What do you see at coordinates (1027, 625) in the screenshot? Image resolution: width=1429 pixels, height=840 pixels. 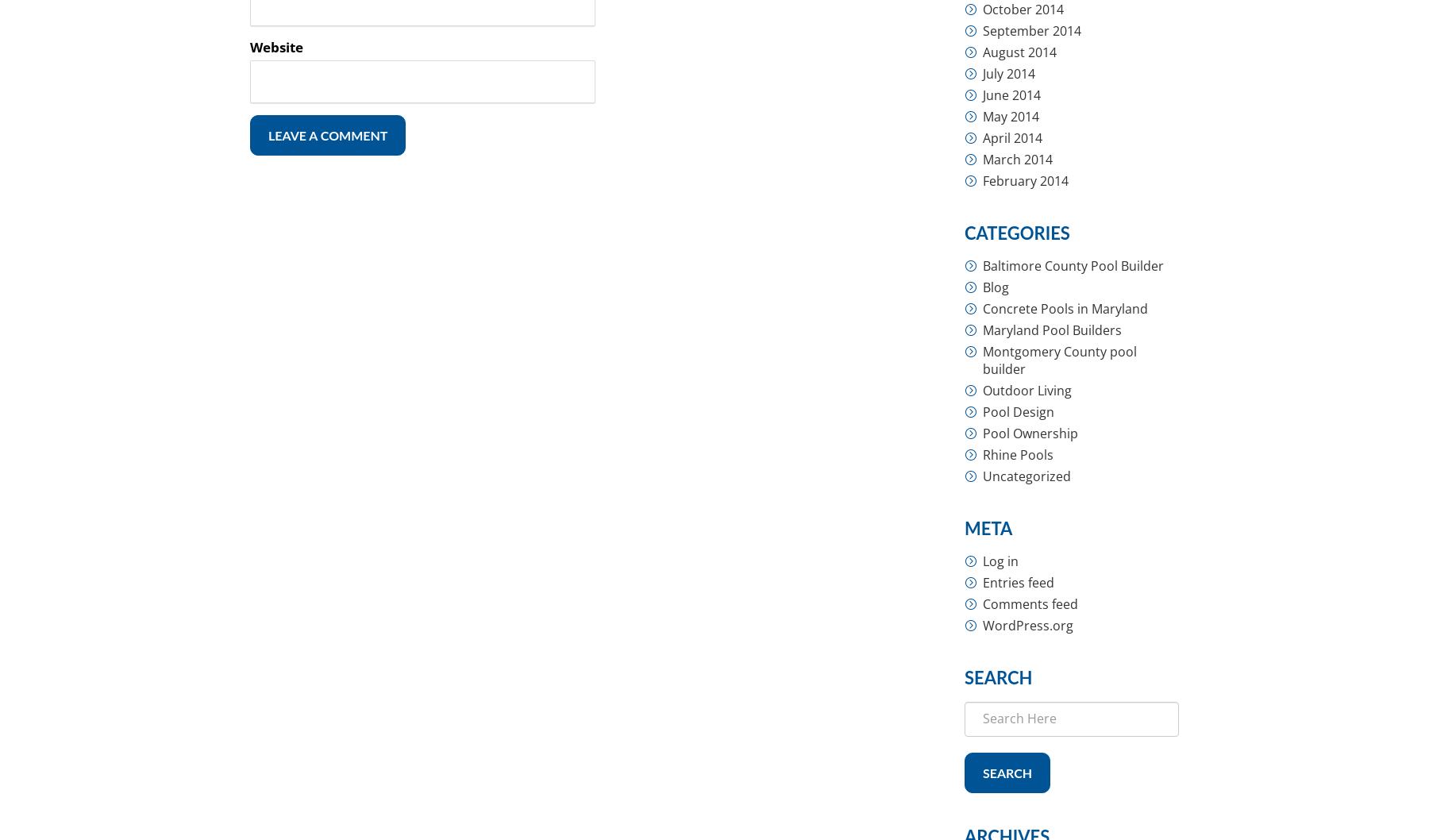 I see `'WordPress.org'` at bounding box center [1027, 625].